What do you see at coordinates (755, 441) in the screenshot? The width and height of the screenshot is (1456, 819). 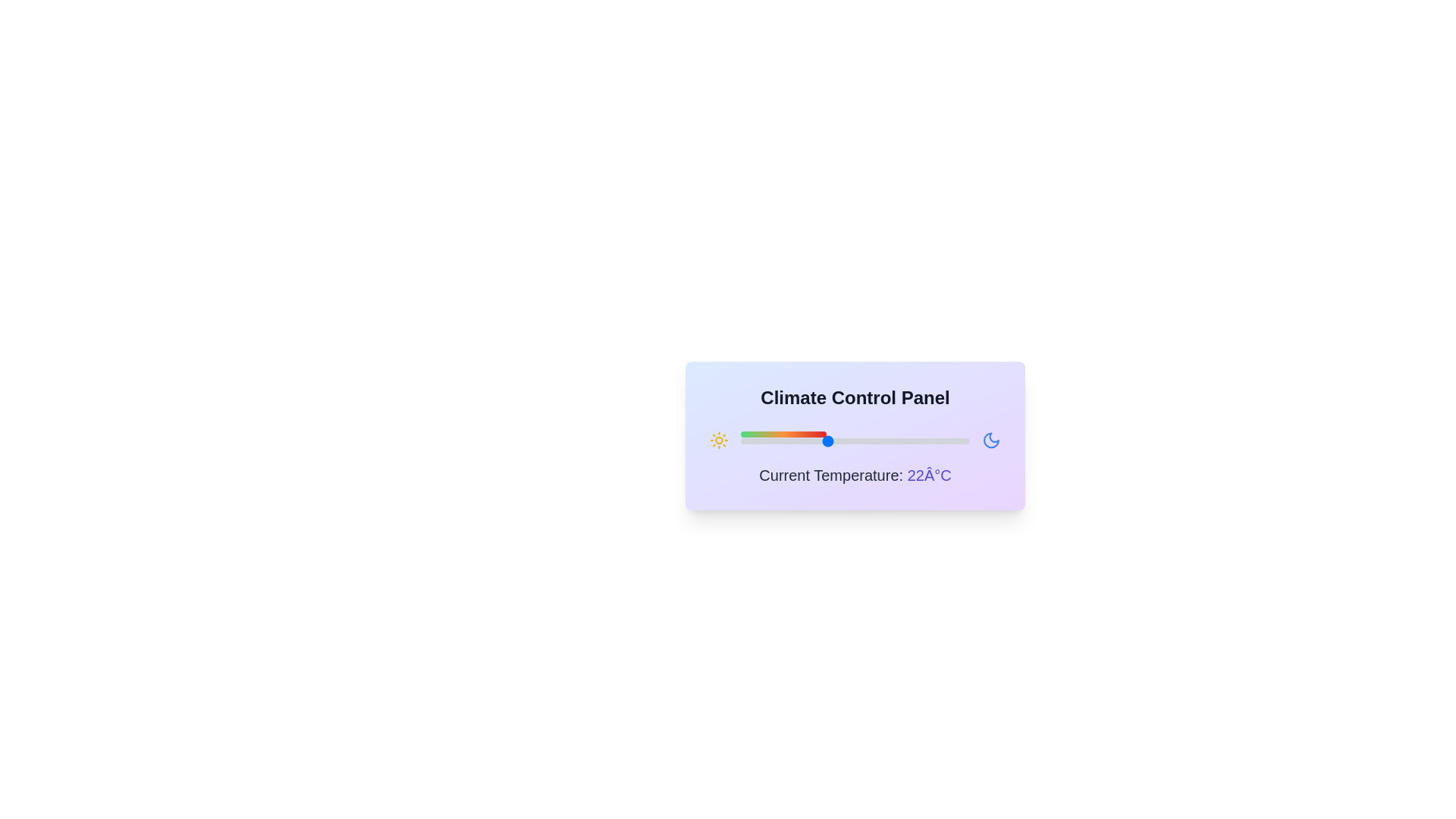 I see `the temperature` at bounding box center [755, 441].